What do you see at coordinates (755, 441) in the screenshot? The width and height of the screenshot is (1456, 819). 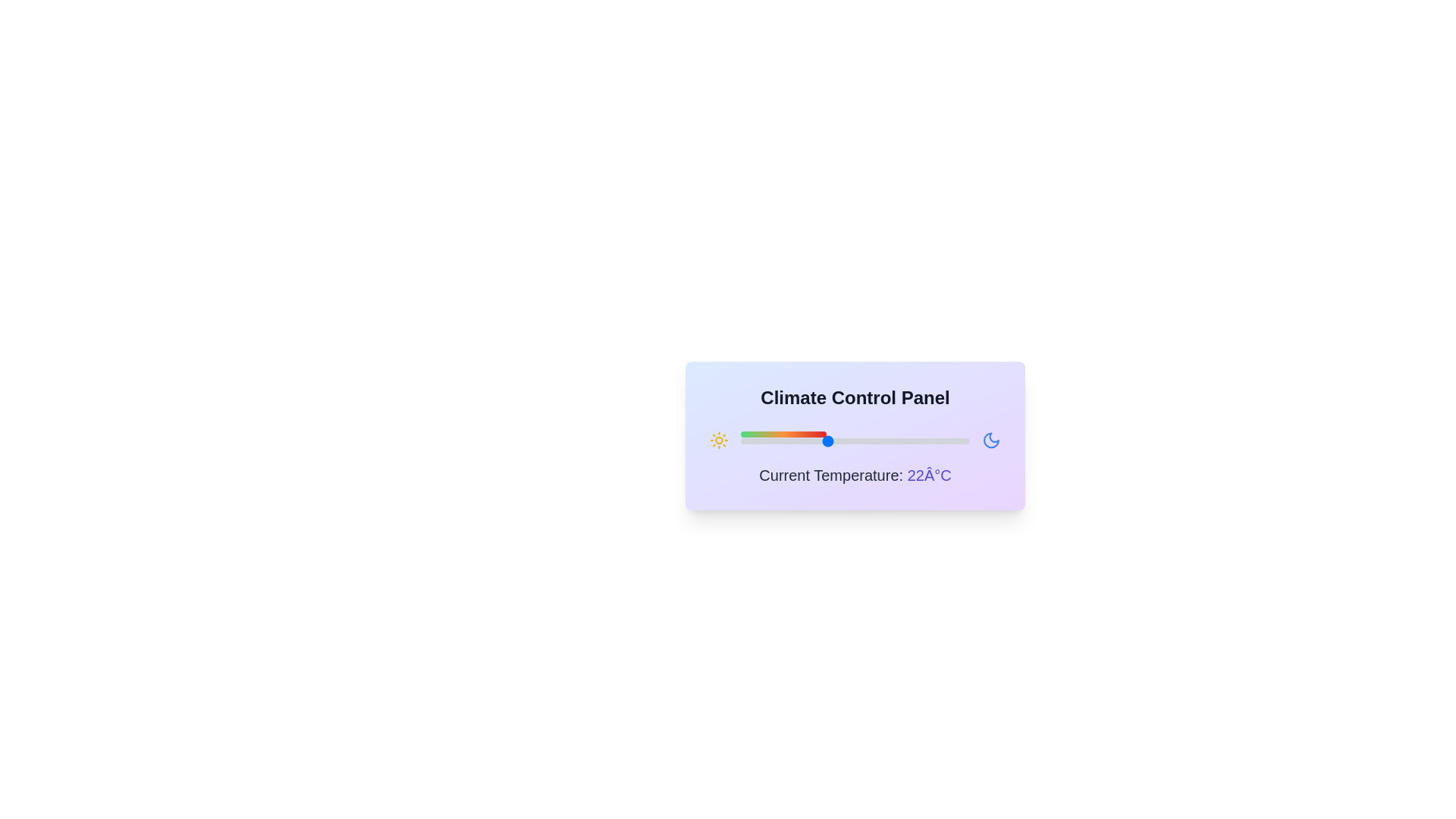 I see `the temperature` at bounding box center [755, 441].